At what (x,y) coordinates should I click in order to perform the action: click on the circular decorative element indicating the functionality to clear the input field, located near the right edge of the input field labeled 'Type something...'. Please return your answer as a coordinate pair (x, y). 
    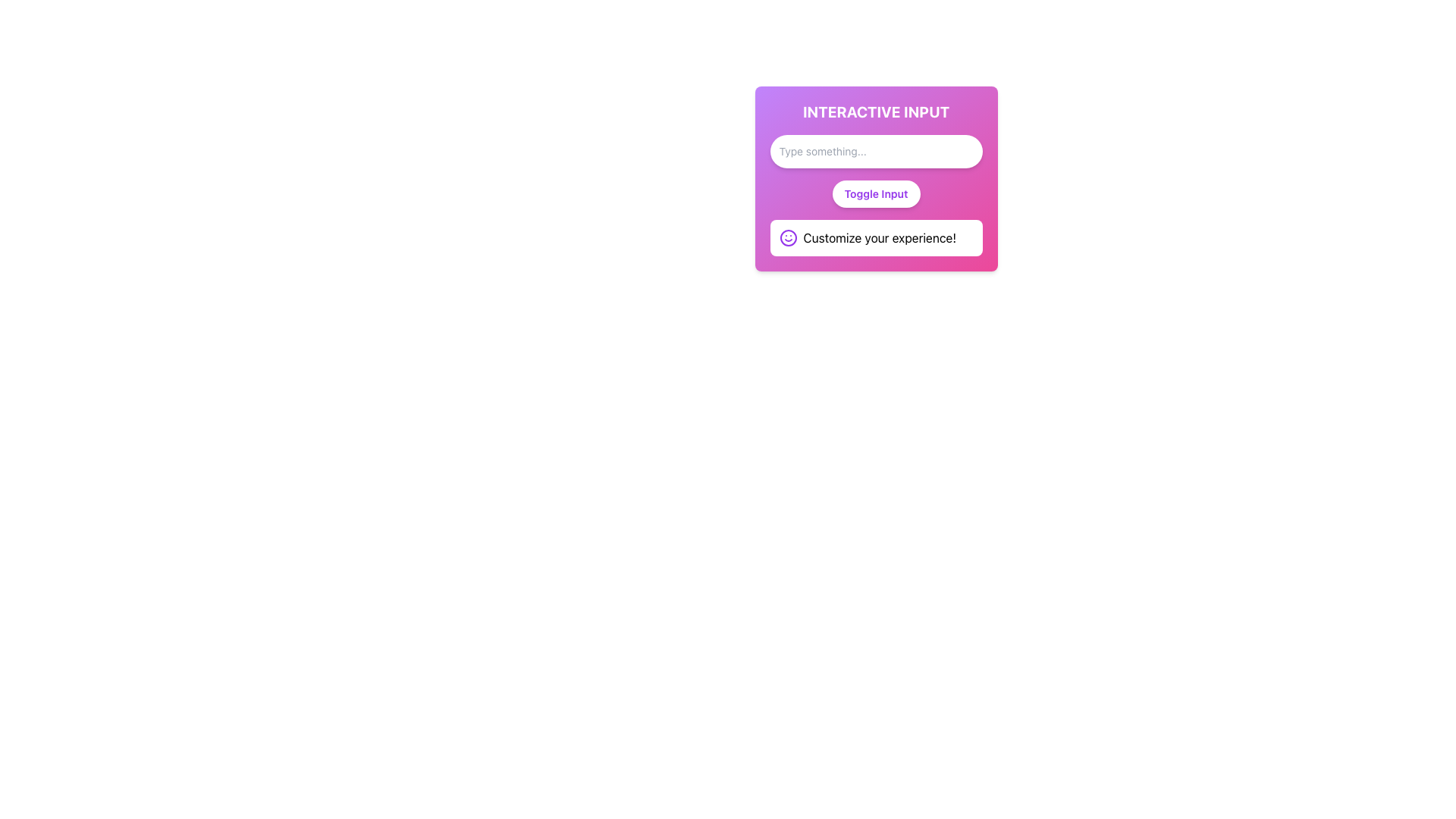
    Looking at the image, I should click on (965, 152).